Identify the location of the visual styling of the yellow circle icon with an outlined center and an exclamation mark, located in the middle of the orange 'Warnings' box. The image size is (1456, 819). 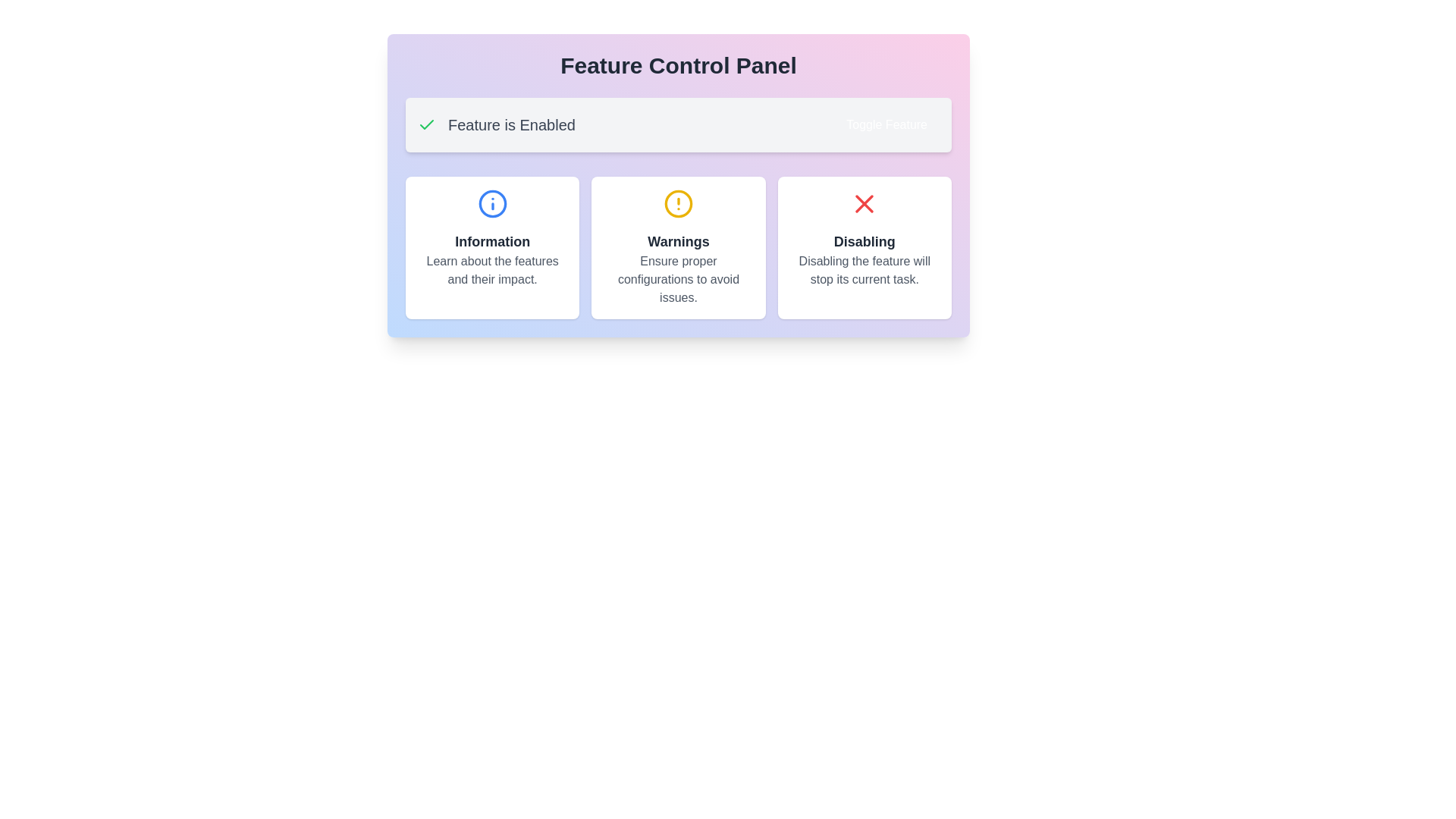
(677, 203).